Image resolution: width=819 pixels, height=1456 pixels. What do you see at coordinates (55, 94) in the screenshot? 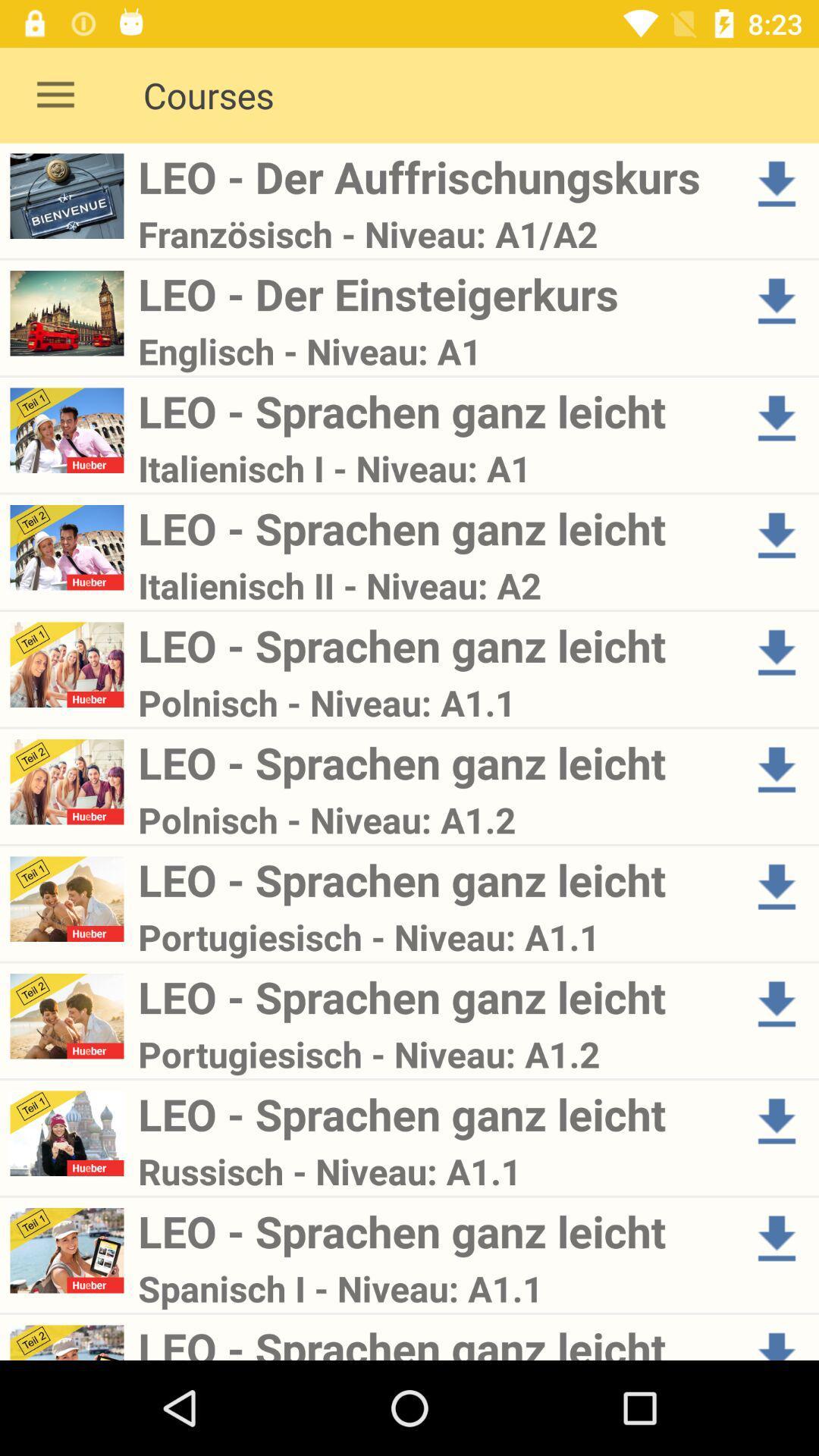
I see `the icon to the left of leo - der auffrischungskurs icon` at bounding box center [55, 94].